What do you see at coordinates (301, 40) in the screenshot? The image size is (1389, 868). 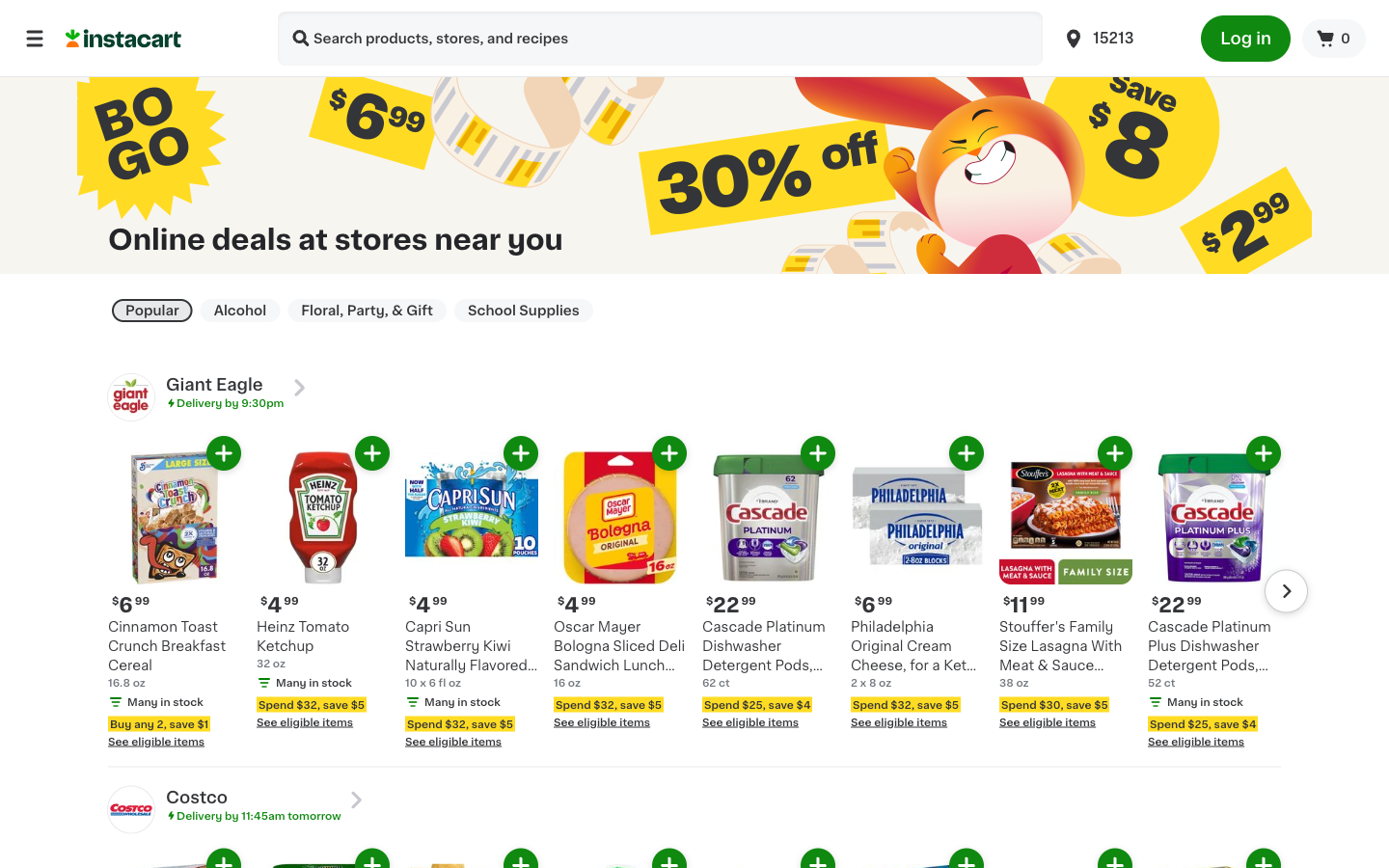 I see `retailers providing speedy delivery services for Hand Sanitizers` at bounding box center [301, 40].